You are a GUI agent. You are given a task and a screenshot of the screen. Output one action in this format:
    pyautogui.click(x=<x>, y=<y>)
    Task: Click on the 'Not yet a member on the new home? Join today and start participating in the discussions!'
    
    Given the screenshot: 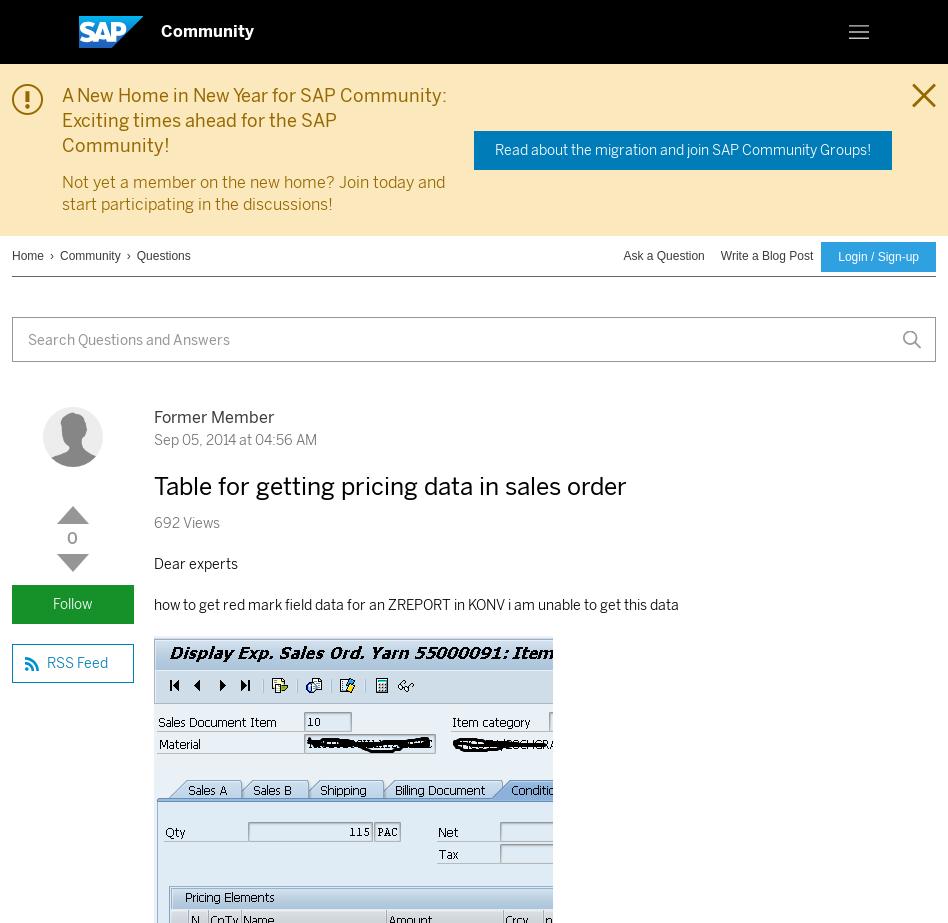 What is the action you would take?
    pyautogui.click(x=253, y=192)
    